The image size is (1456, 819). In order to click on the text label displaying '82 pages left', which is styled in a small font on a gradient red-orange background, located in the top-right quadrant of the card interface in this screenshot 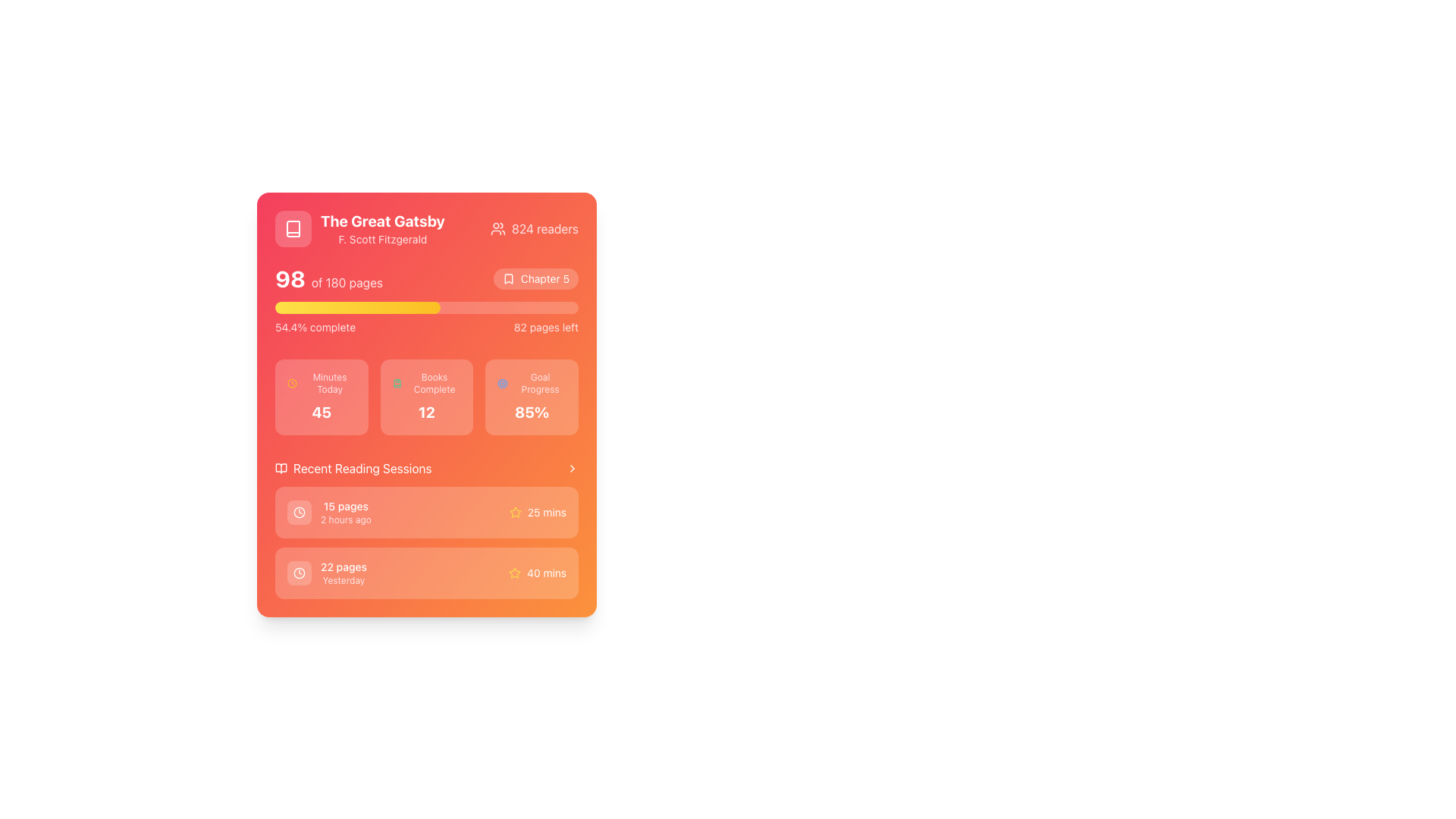, I will do `click(546, 327)`.